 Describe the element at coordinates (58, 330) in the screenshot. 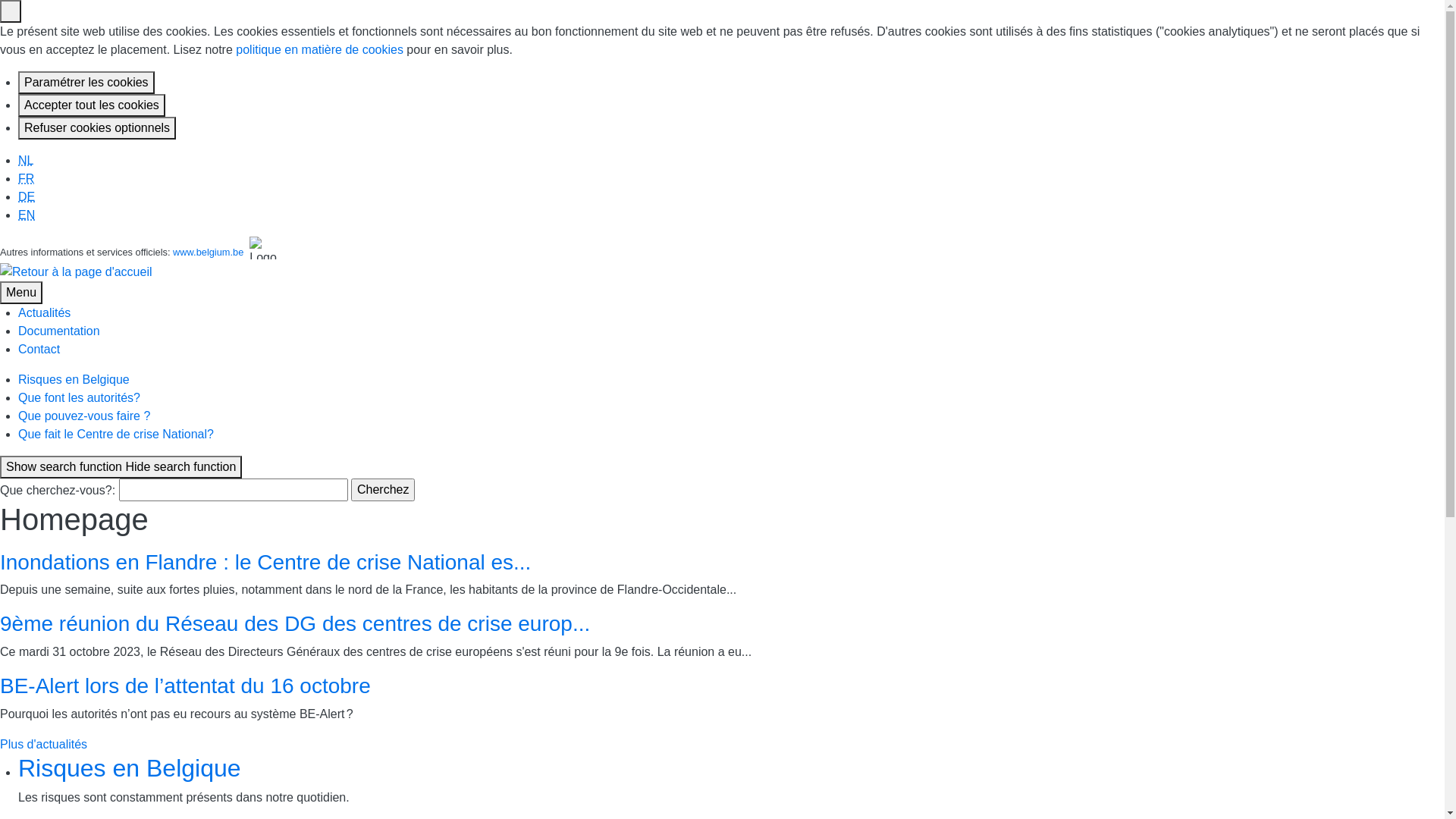

I see `'Documentation'` at that location.